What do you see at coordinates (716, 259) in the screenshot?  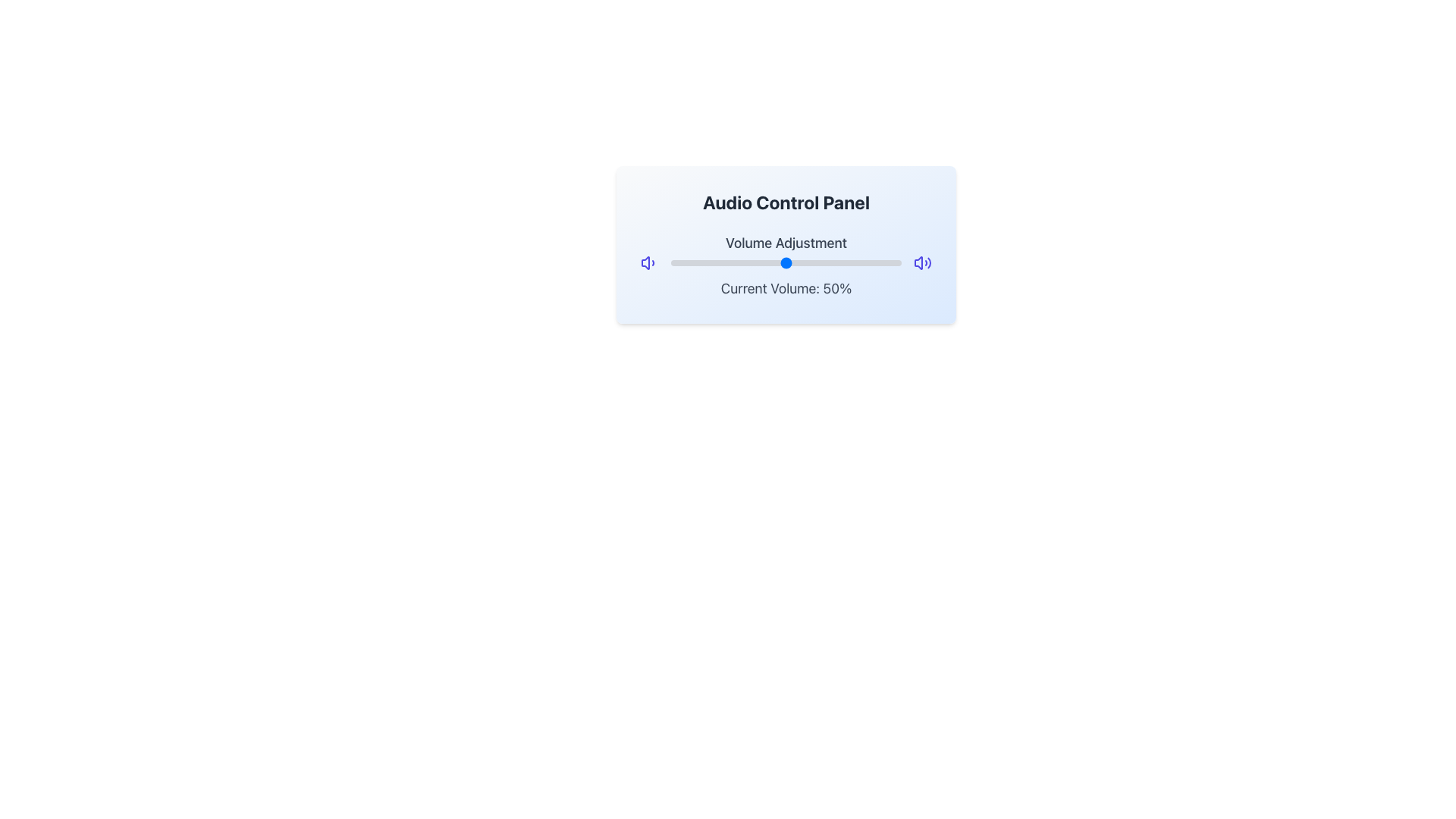 I see `the volume` at bounding box center [716, 259].